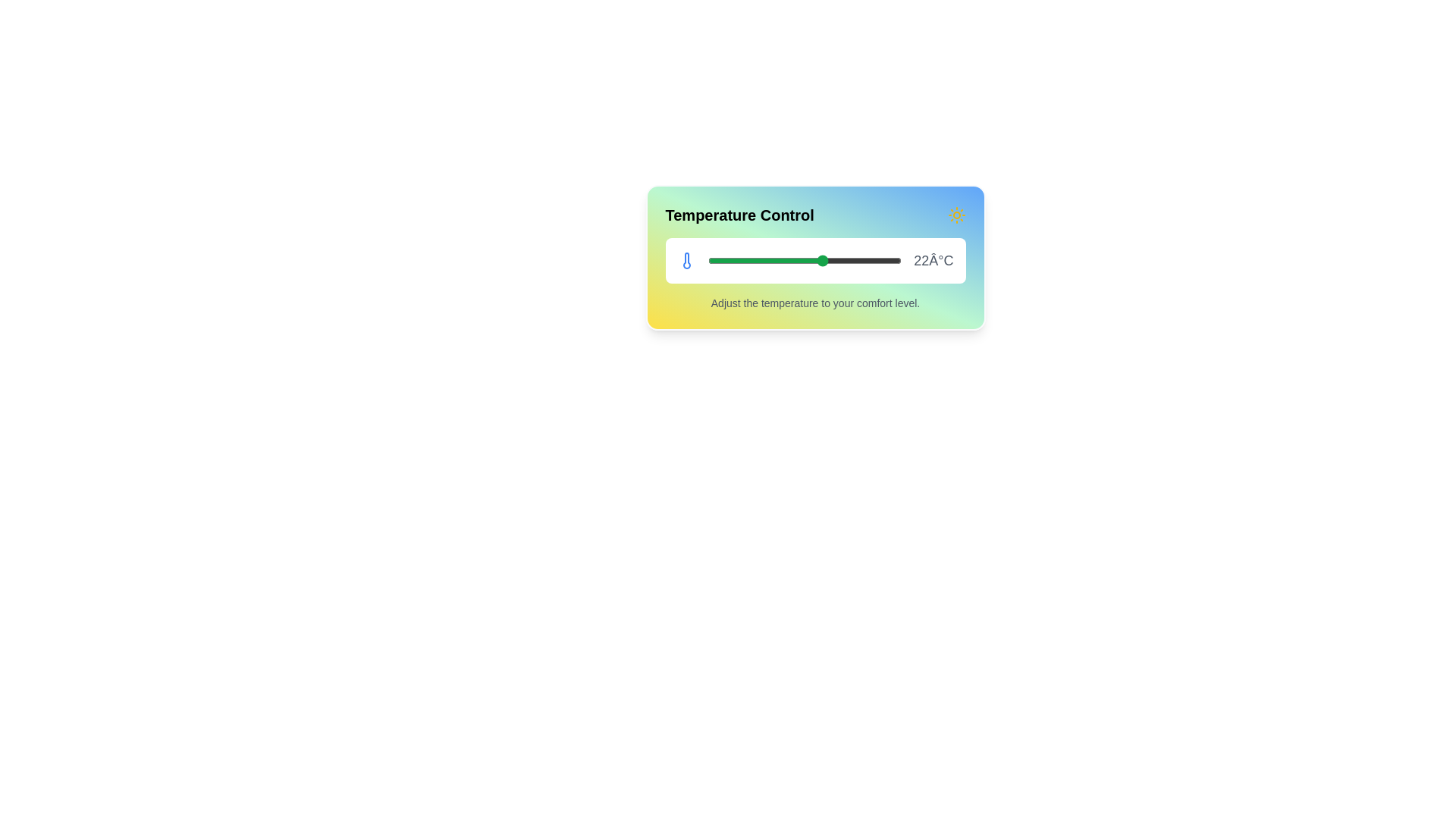 The image size is (1456, 819). I want to click on the temperature, so click(716, 256).